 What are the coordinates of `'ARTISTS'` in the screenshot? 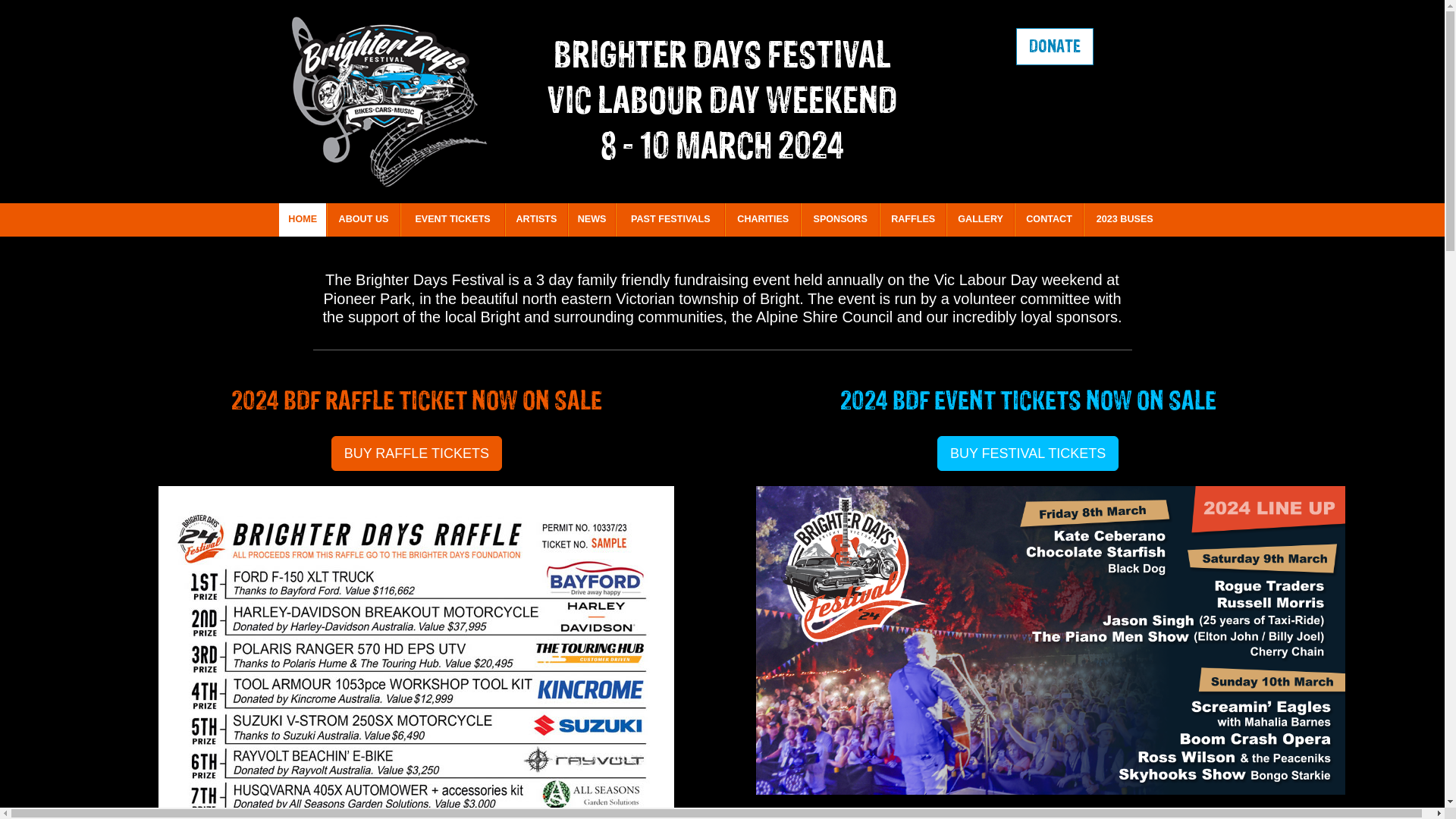 It's located at (536, 219).